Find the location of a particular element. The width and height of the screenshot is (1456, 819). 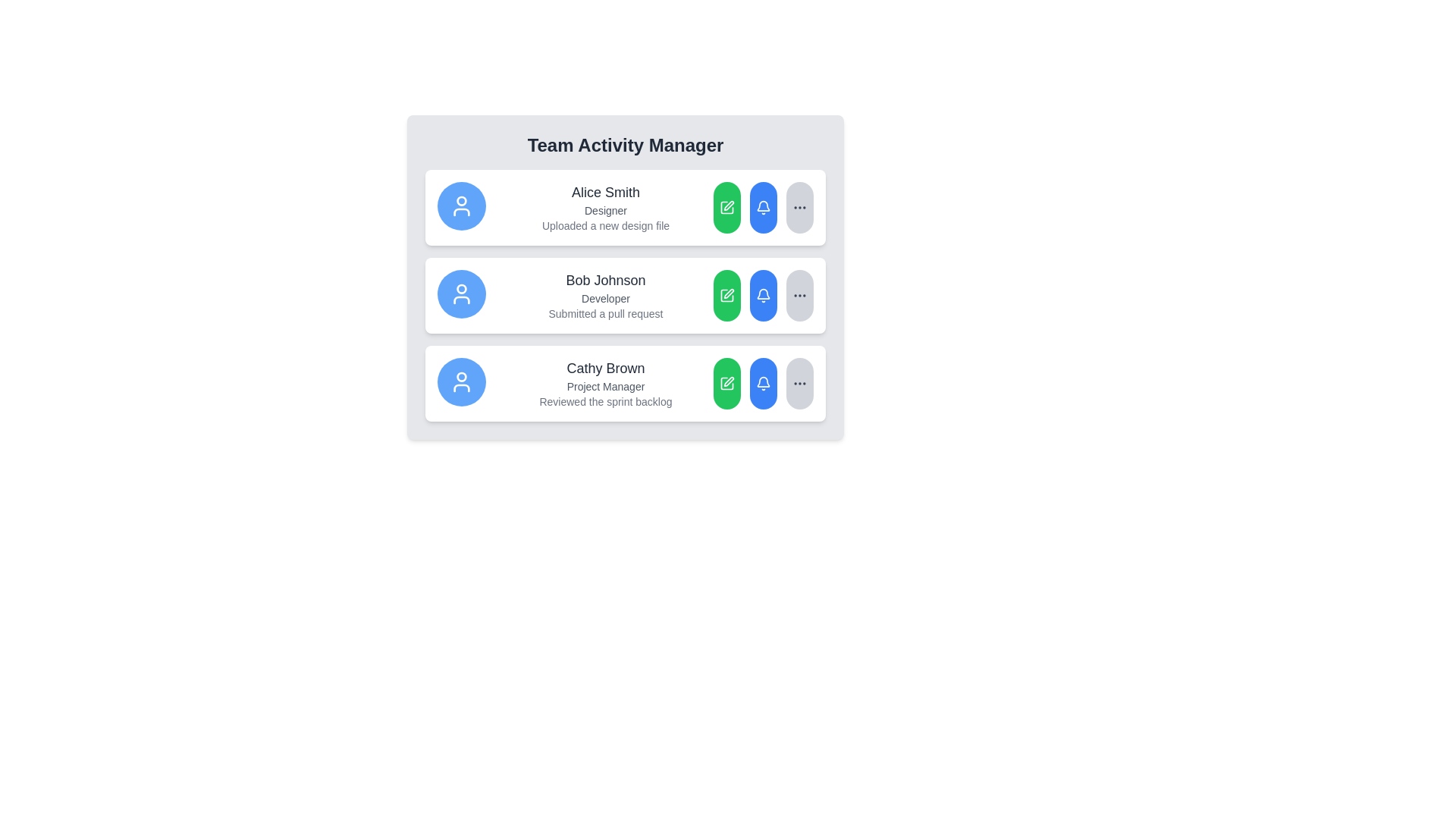

the 'edit' icon button located to the left of the blue notification button for the third user entry in the vertical list, enabling keyboard navigation interoperability is located at coordinates (726, 382).